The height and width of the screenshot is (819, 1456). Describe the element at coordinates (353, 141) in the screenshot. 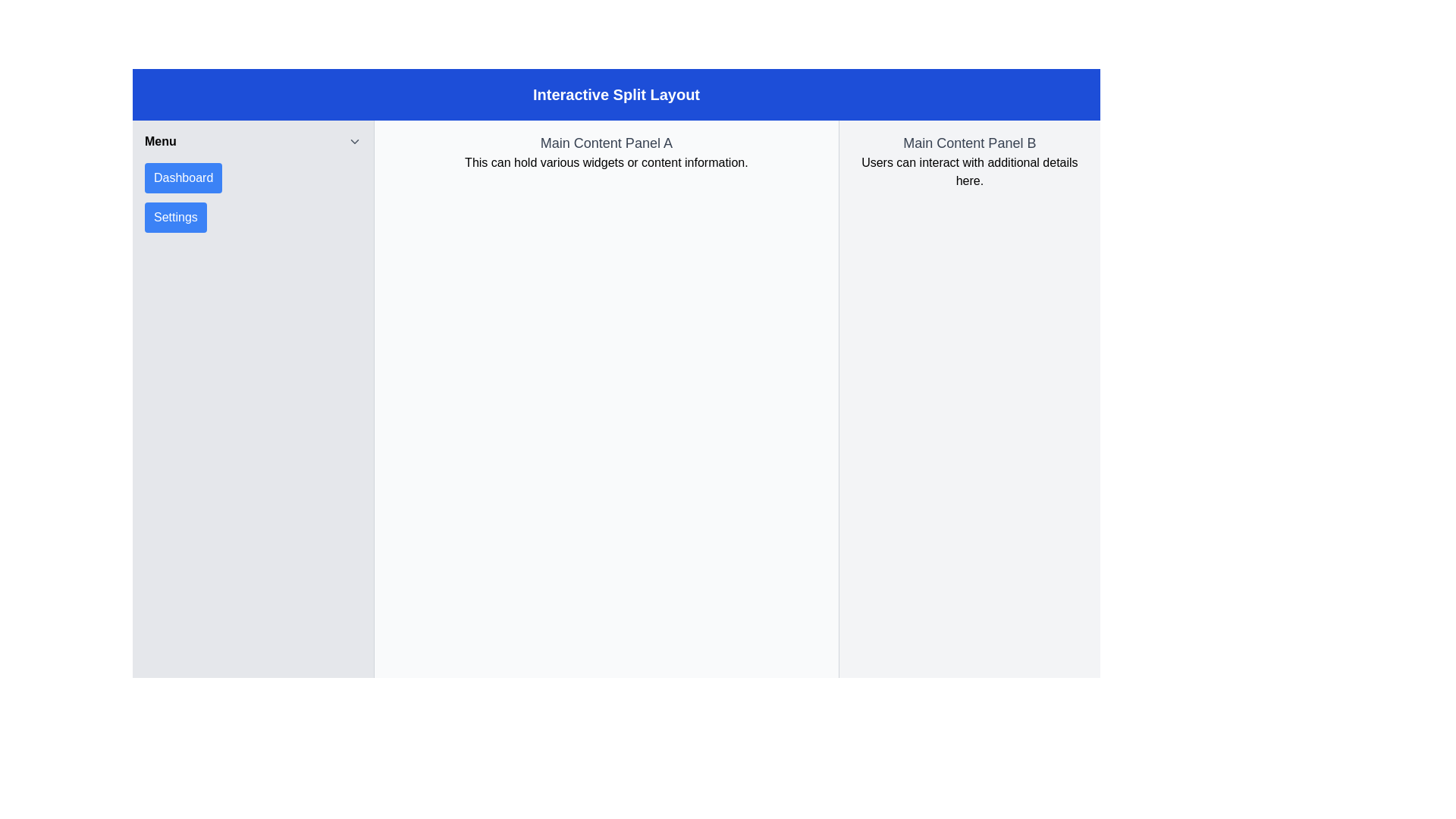

I see `the Chevron Icon located to the far-right of the 'Menu' label` at that location.